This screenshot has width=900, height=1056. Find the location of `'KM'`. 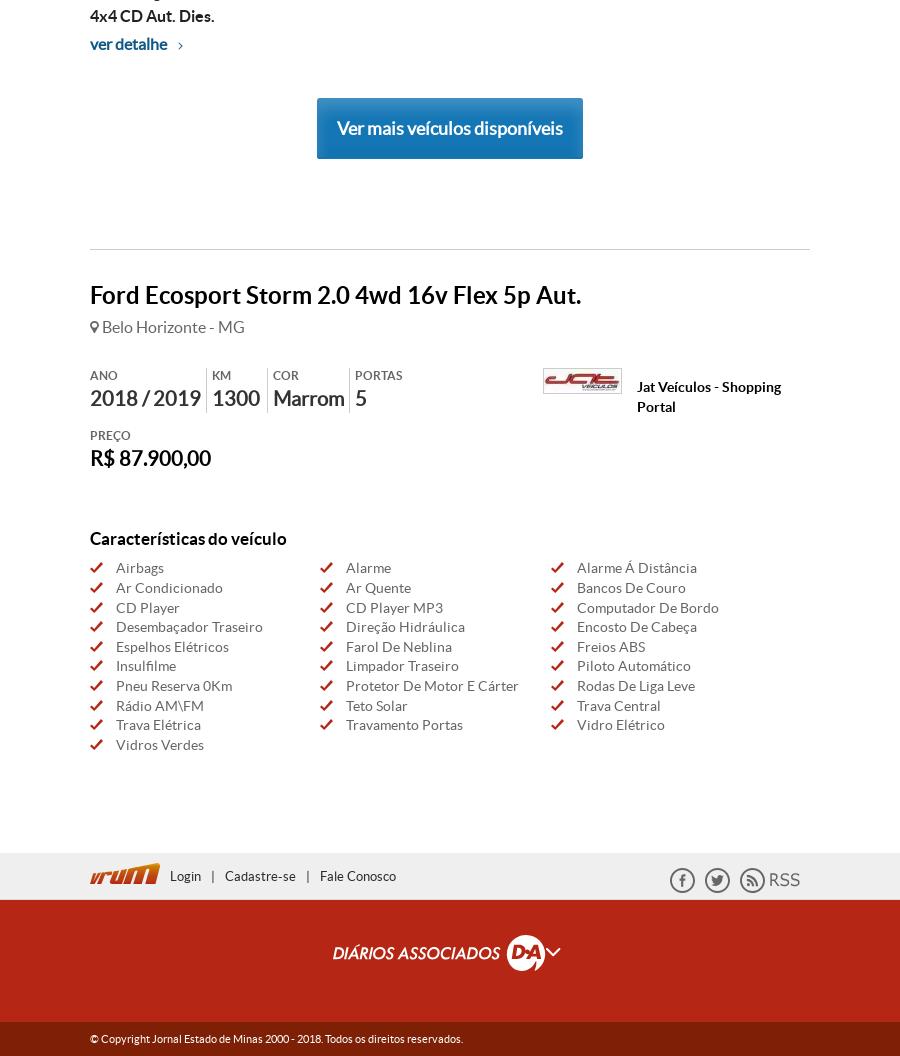

'KM' is located at coordinates (221, 374).